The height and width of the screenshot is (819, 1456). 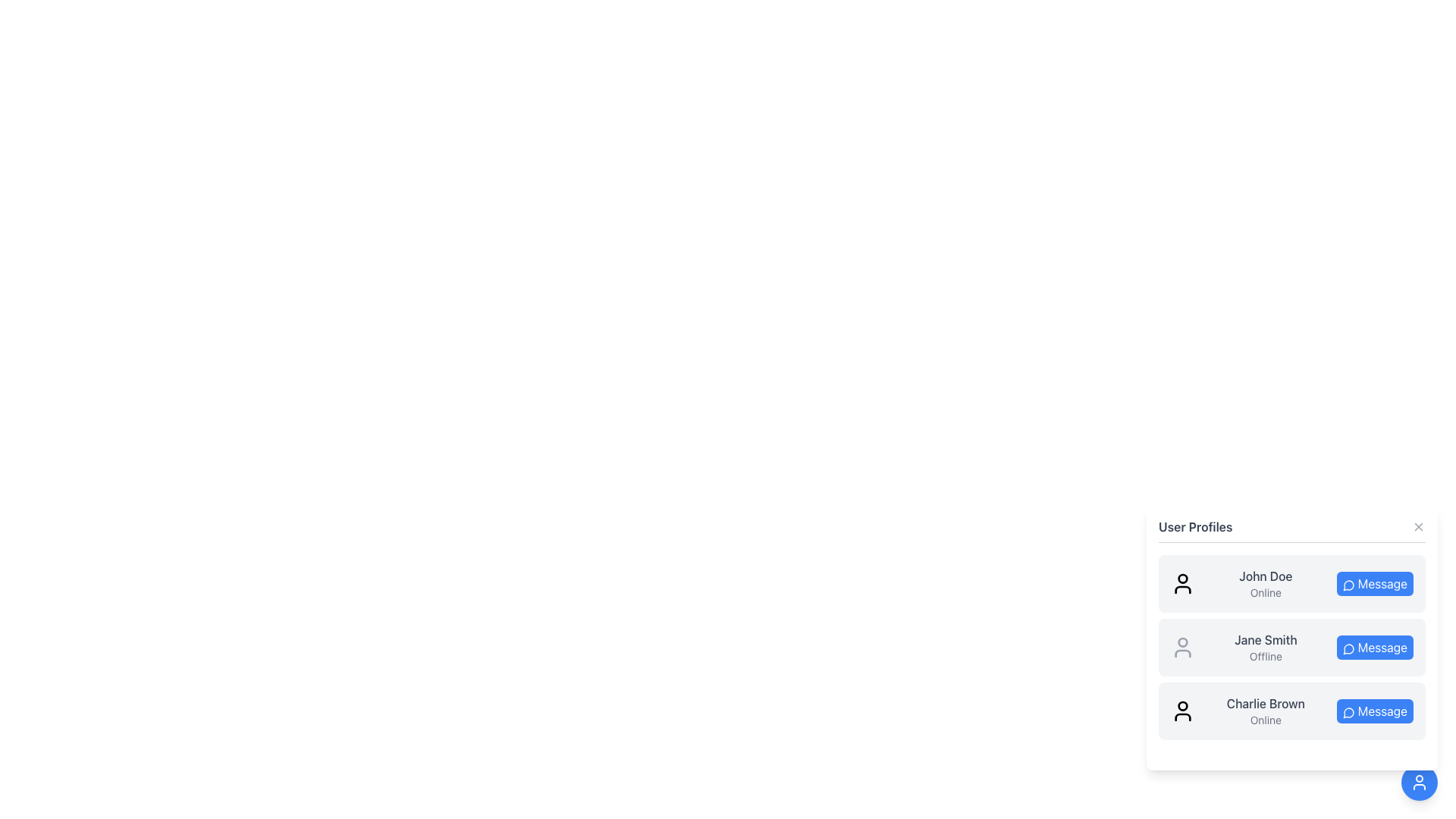 I want to click on the 'Message' button with a blue background and chat bubble icon located at the bottom right of Charlie Brown's profile to send a message, so click(x=1375, y=711).